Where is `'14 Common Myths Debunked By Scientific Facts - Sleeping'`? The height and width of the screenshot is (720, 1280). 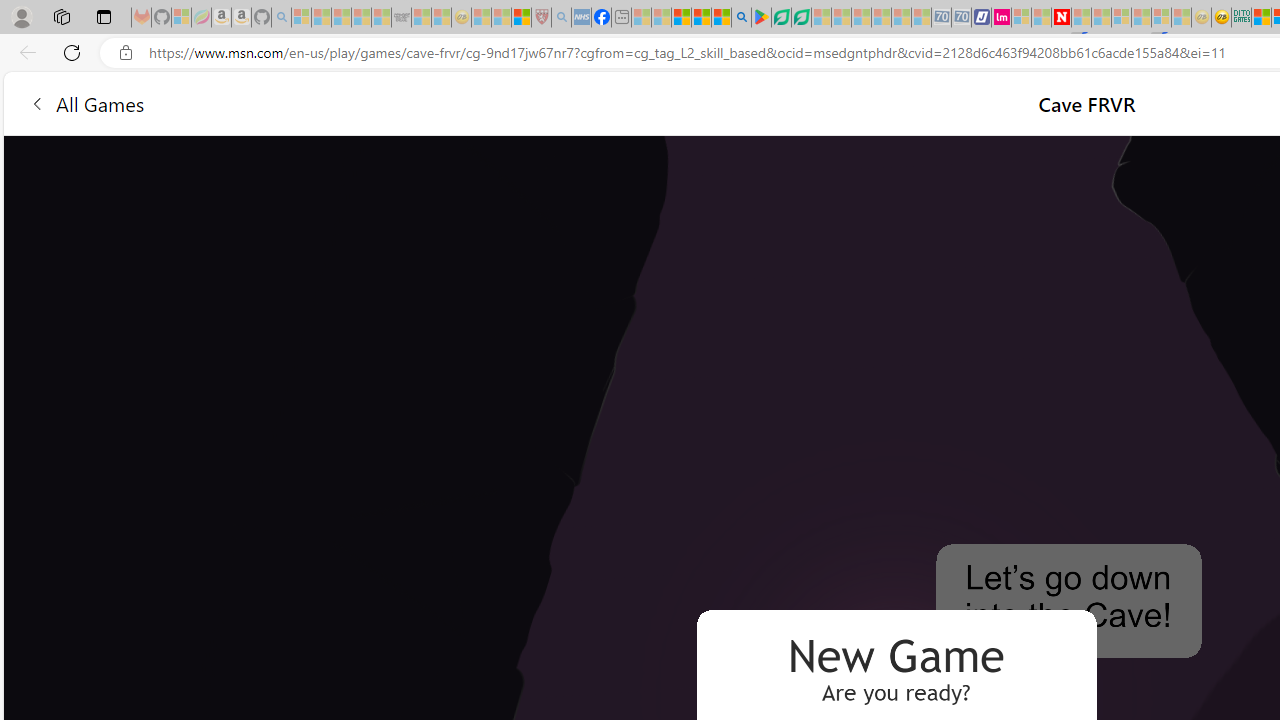 '14 Common Myths Debunked By Scientific Facts - Sleeping' is located at coordinates (1100, 17).